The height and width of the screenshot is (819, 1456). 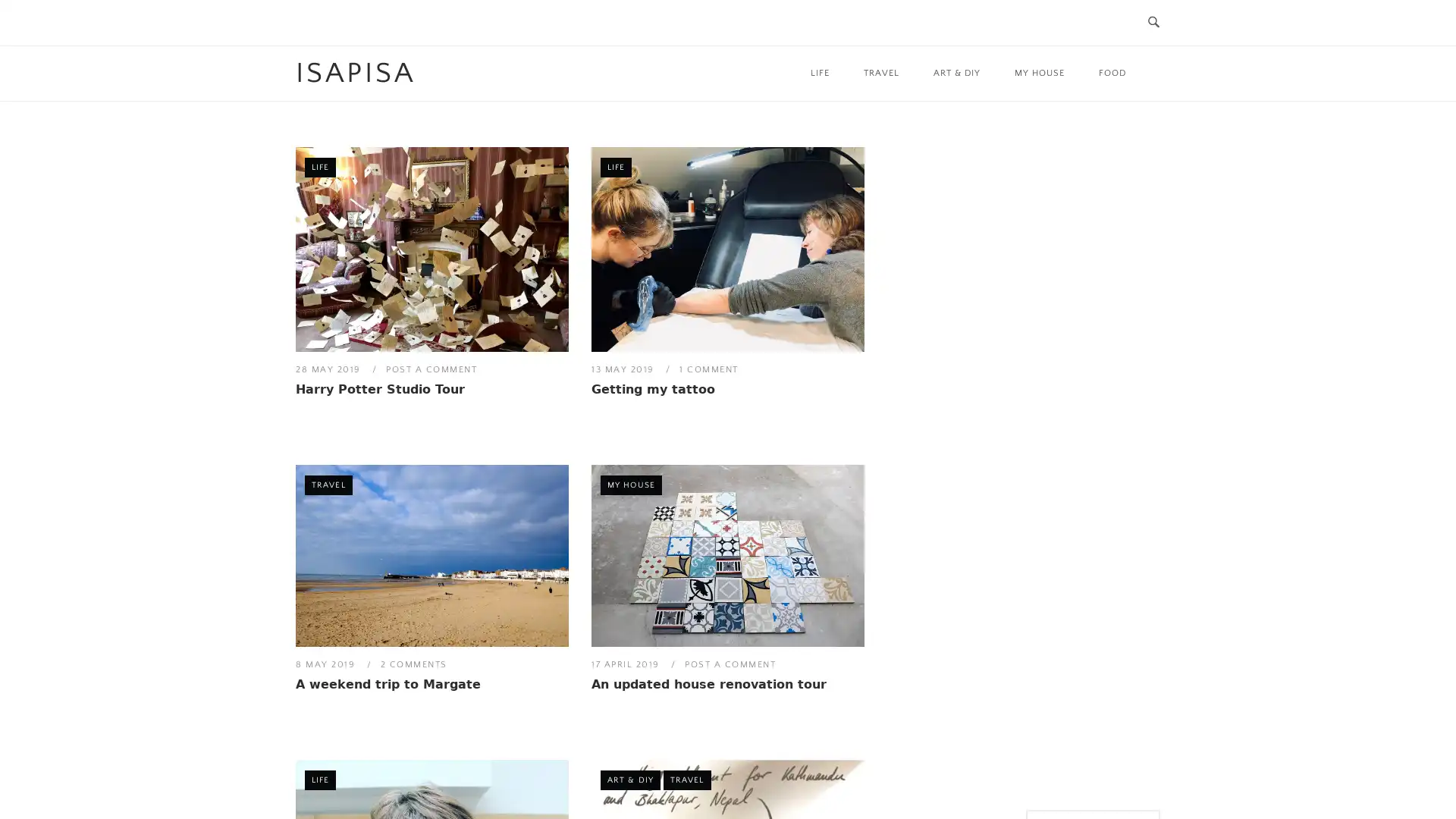 I want to click on Open Search, so click(x=1153, y=22).